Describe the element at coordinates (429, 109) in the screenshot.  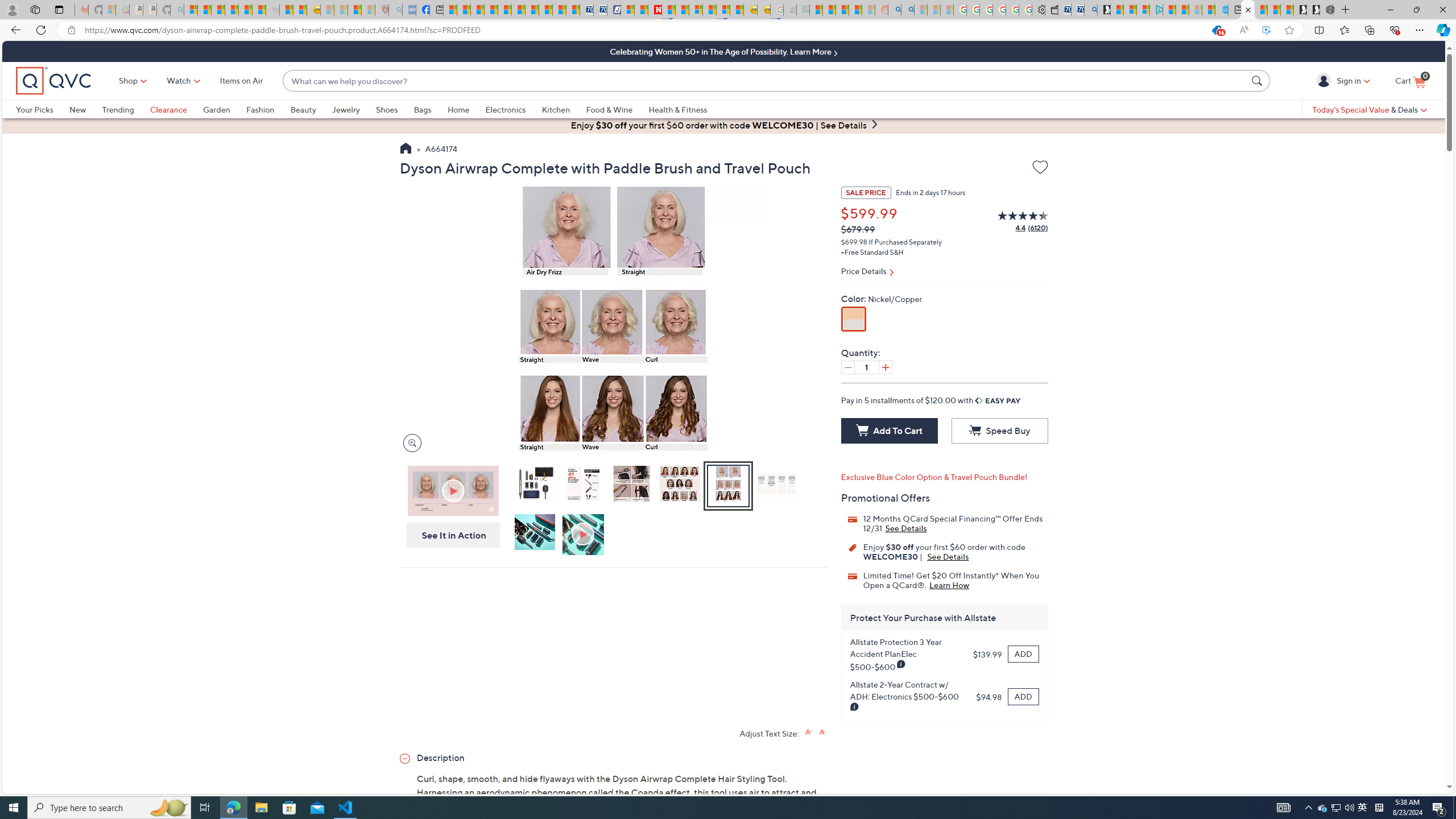
I see `'Bags'` at that location.